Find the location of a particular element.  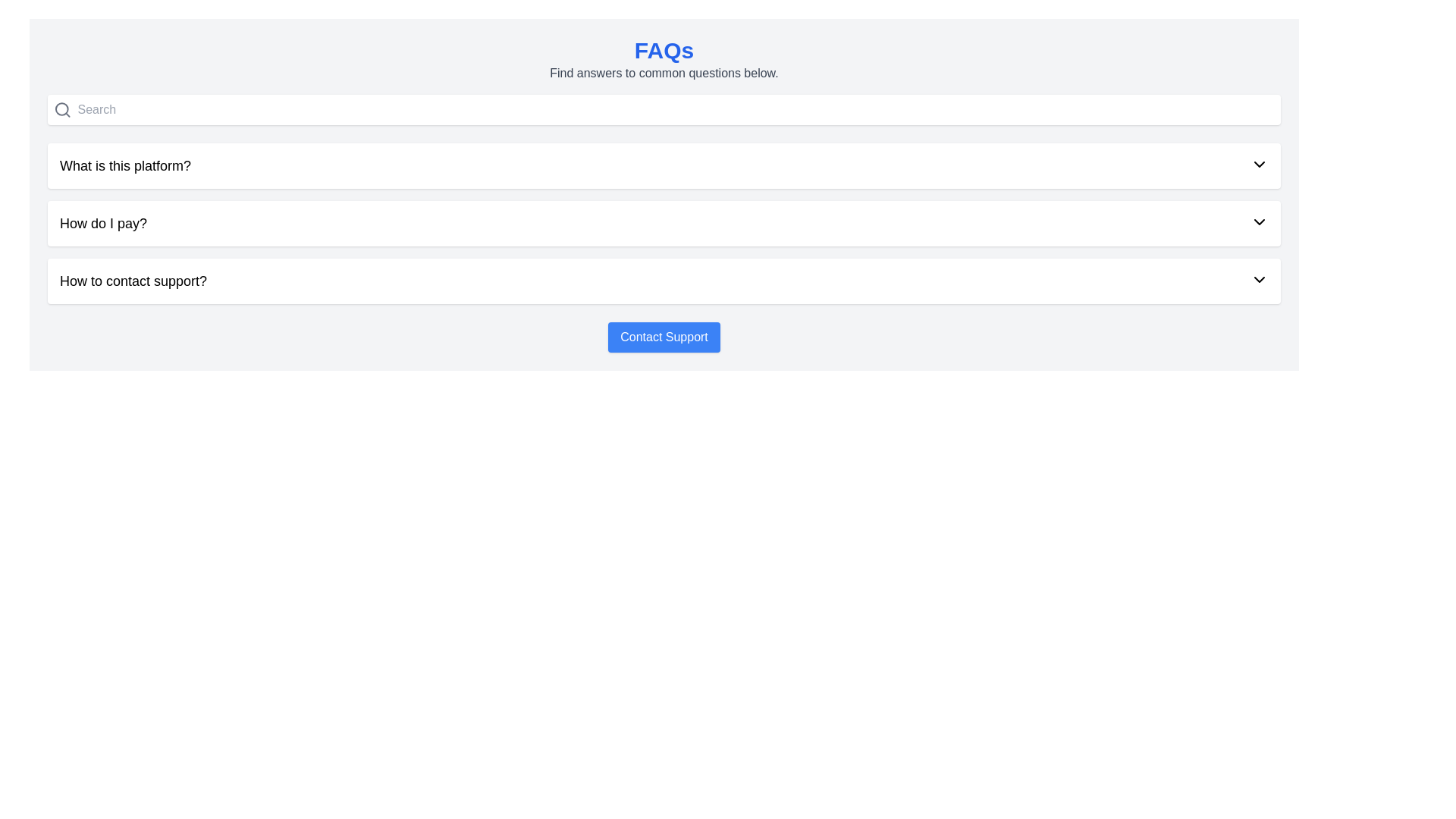

the text label that displays 'What is this platform?' which is the first question in the FAQ list is located at coordinates (125, 166).